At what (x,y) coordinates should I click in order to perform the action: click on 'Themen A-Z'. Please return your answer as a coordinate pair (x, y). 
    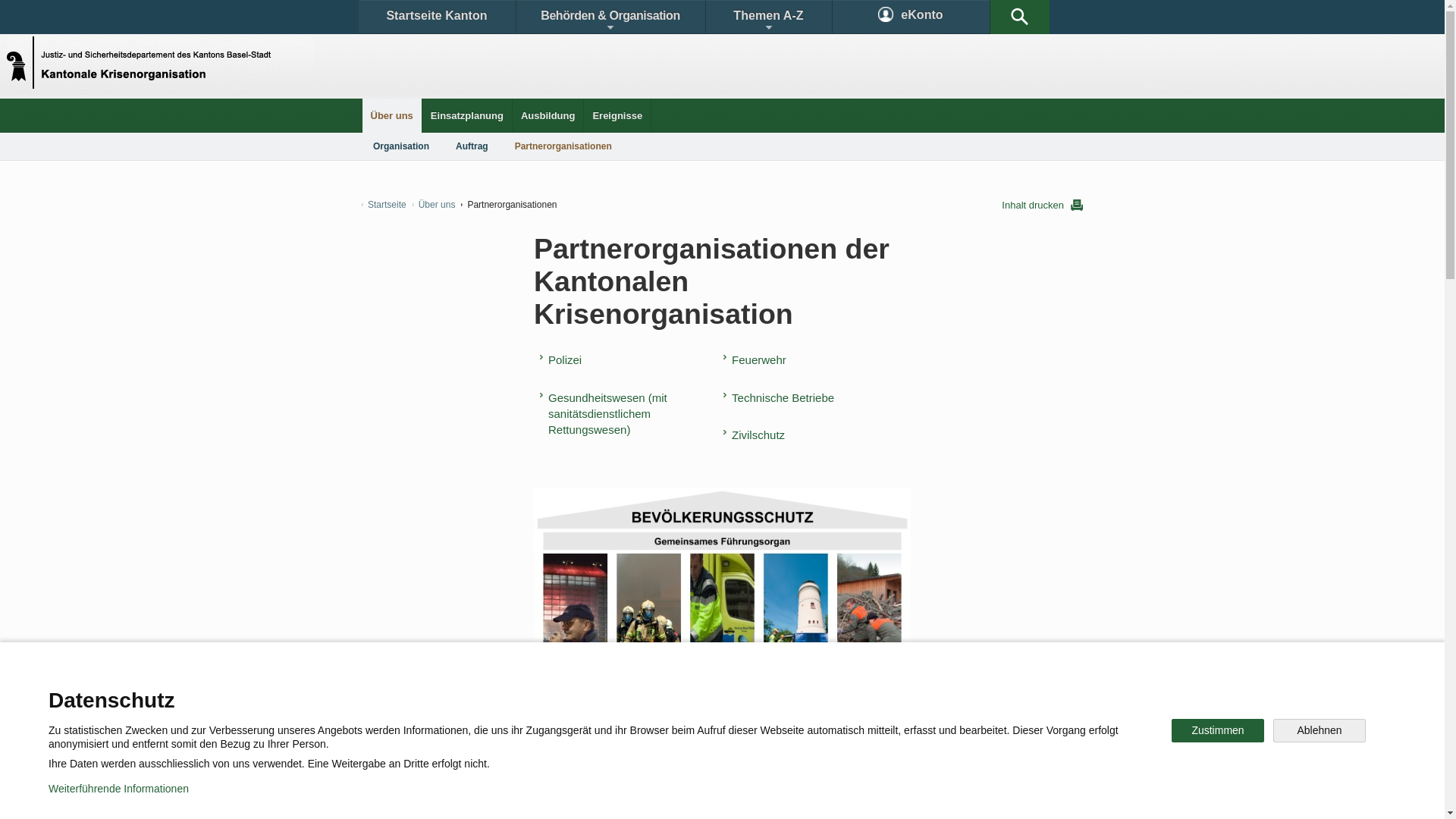
    Looking at the image, I should click on (767, 17).